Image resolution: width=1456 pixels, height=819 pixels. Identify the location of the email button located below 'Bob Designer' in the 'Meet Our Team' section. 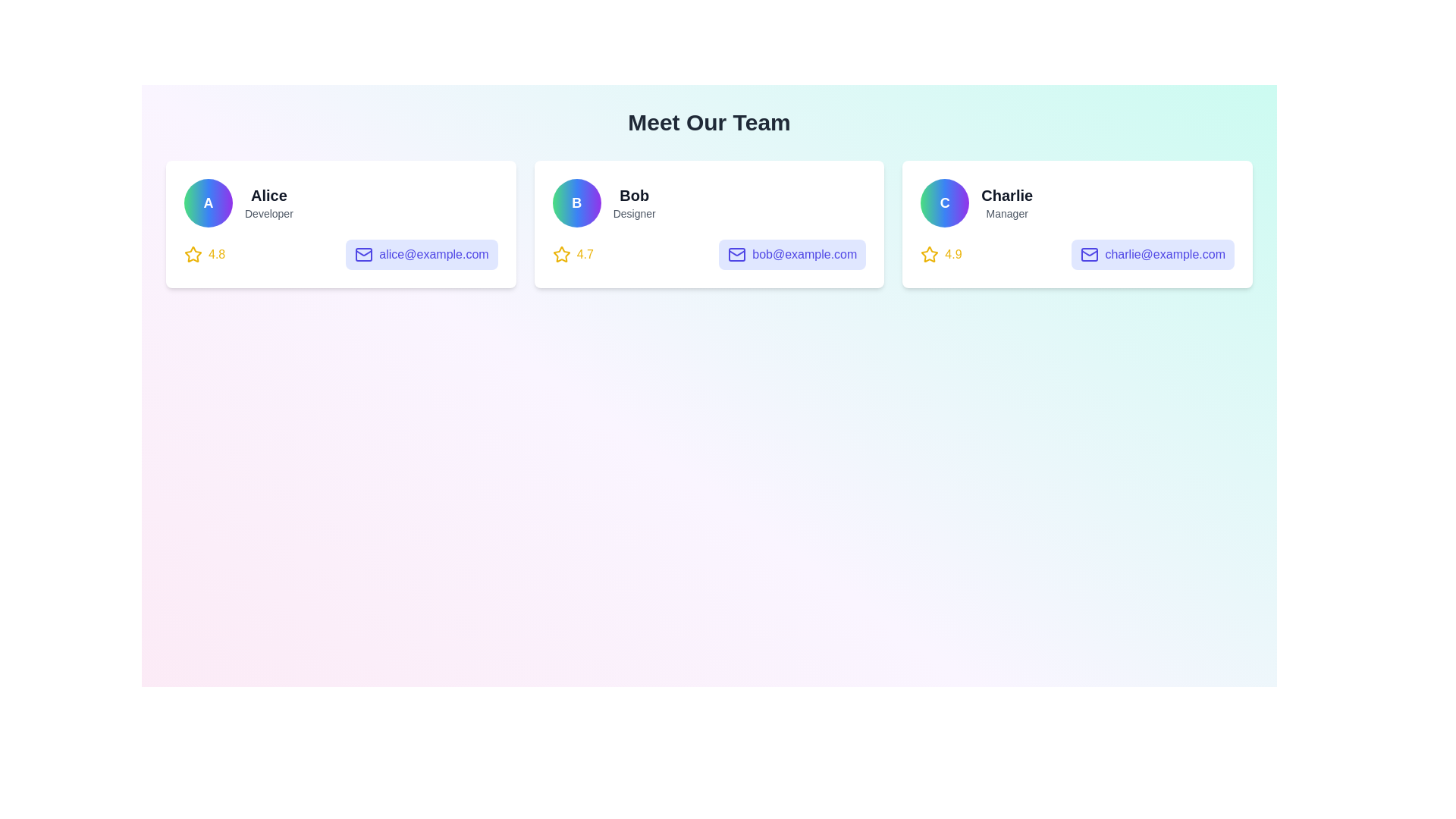
(792, 253).